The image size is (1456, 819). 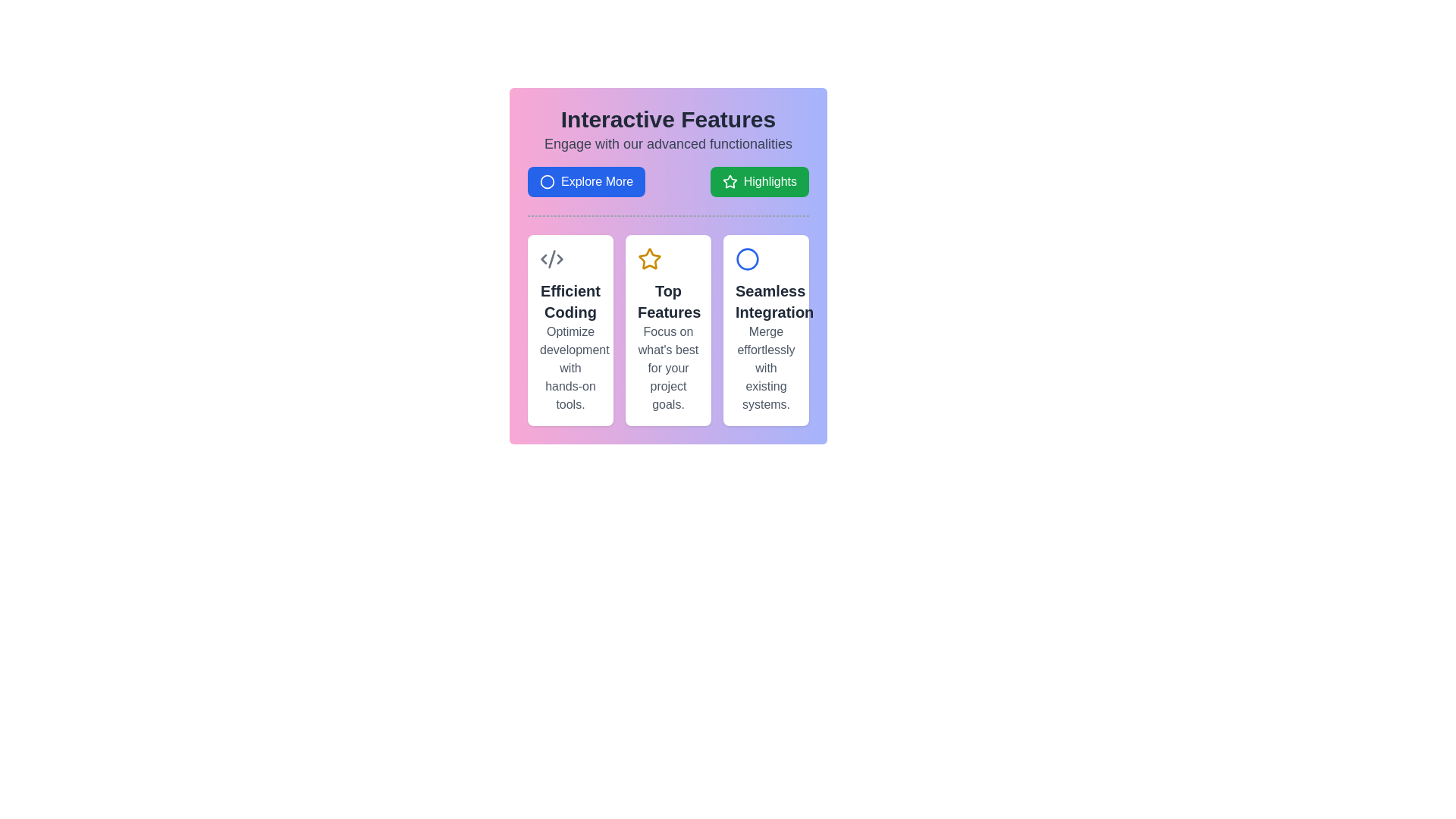 What do you see at coordinates (747, 259) in the screenshot?
I see `the blue-bordered circular icon with a white background associated with the 'Seamless Integration' feature located in the third column beneath its title and description` at bounding box center [747, 259].